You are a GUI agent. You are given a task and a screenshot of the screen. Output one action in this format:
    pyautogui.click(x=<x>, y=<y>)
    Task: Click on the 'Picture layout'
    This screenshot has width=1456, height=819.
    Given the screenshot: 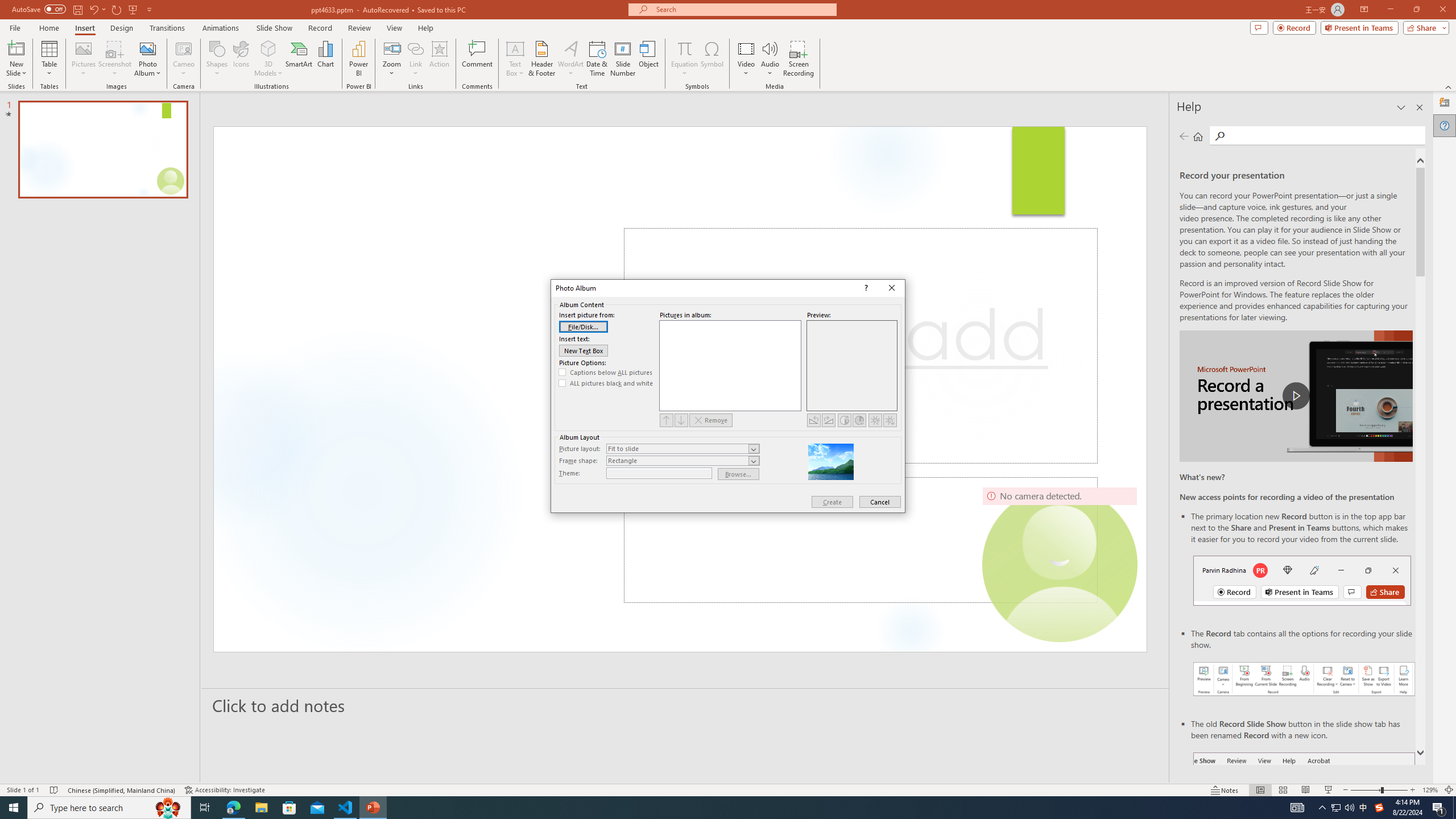 What is the action you would take?
    pyautogui.click(x=682, y=448)
    